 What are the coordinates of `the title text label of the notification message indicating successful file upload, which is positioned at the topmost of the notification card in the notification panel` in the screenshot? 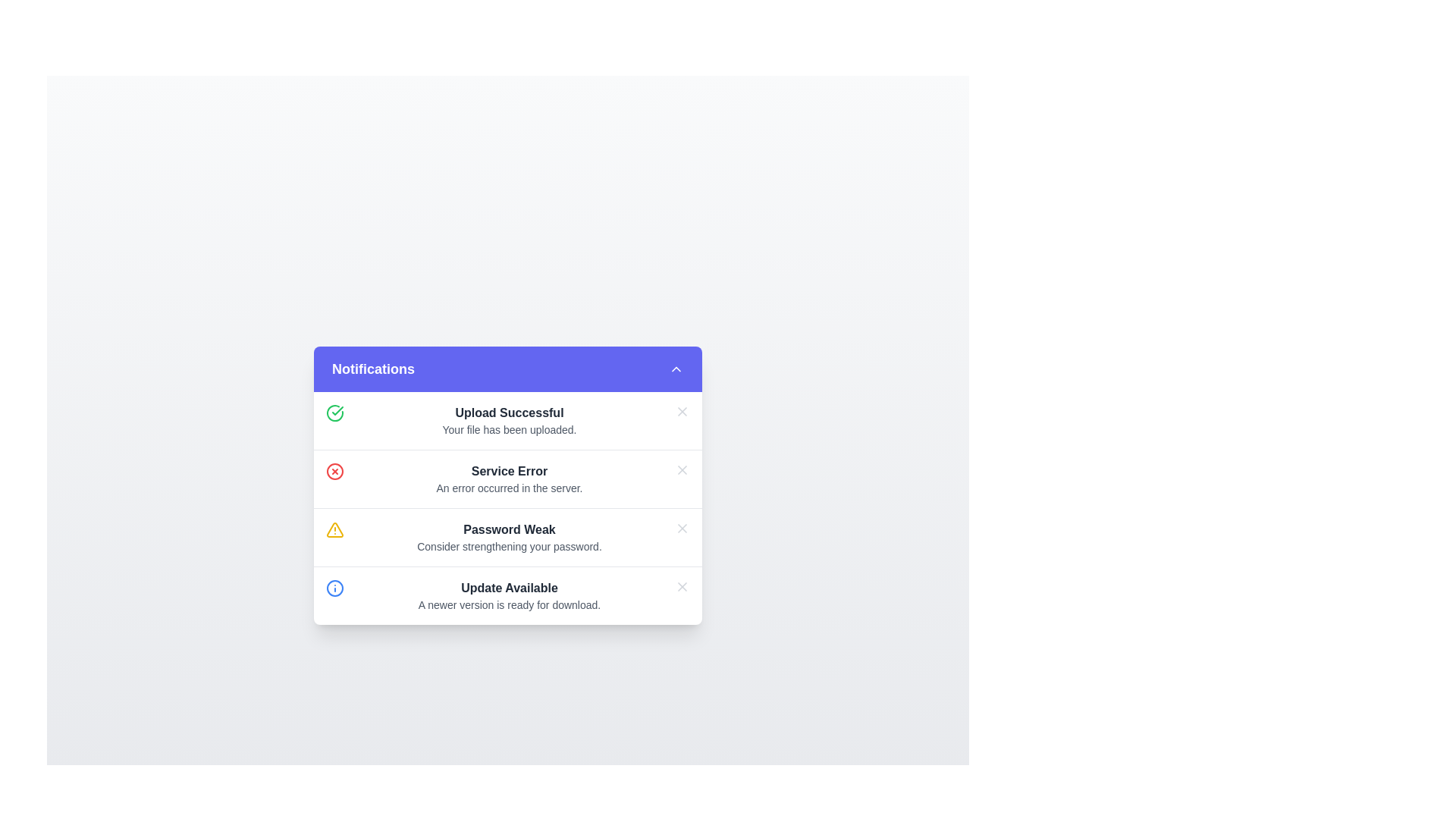 It's located at (510, 413).